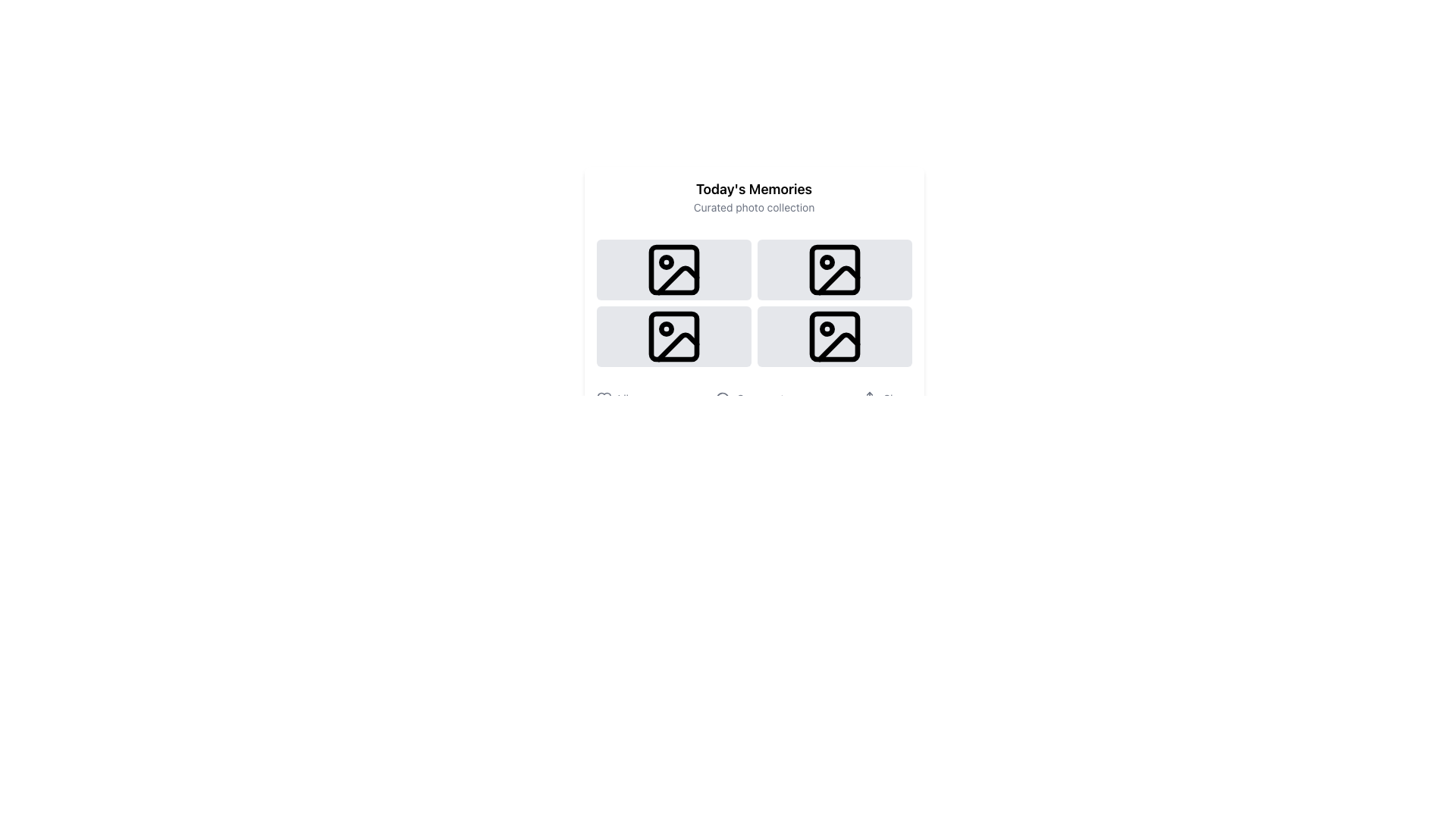  Describe the element at coordinates (833, 335) in the screenshot. I see `the non-interactive card placeholder located in the bottom-right corner of the 'Today's Memories' section, which features a light gray background and a dark outline image icon` at that location.